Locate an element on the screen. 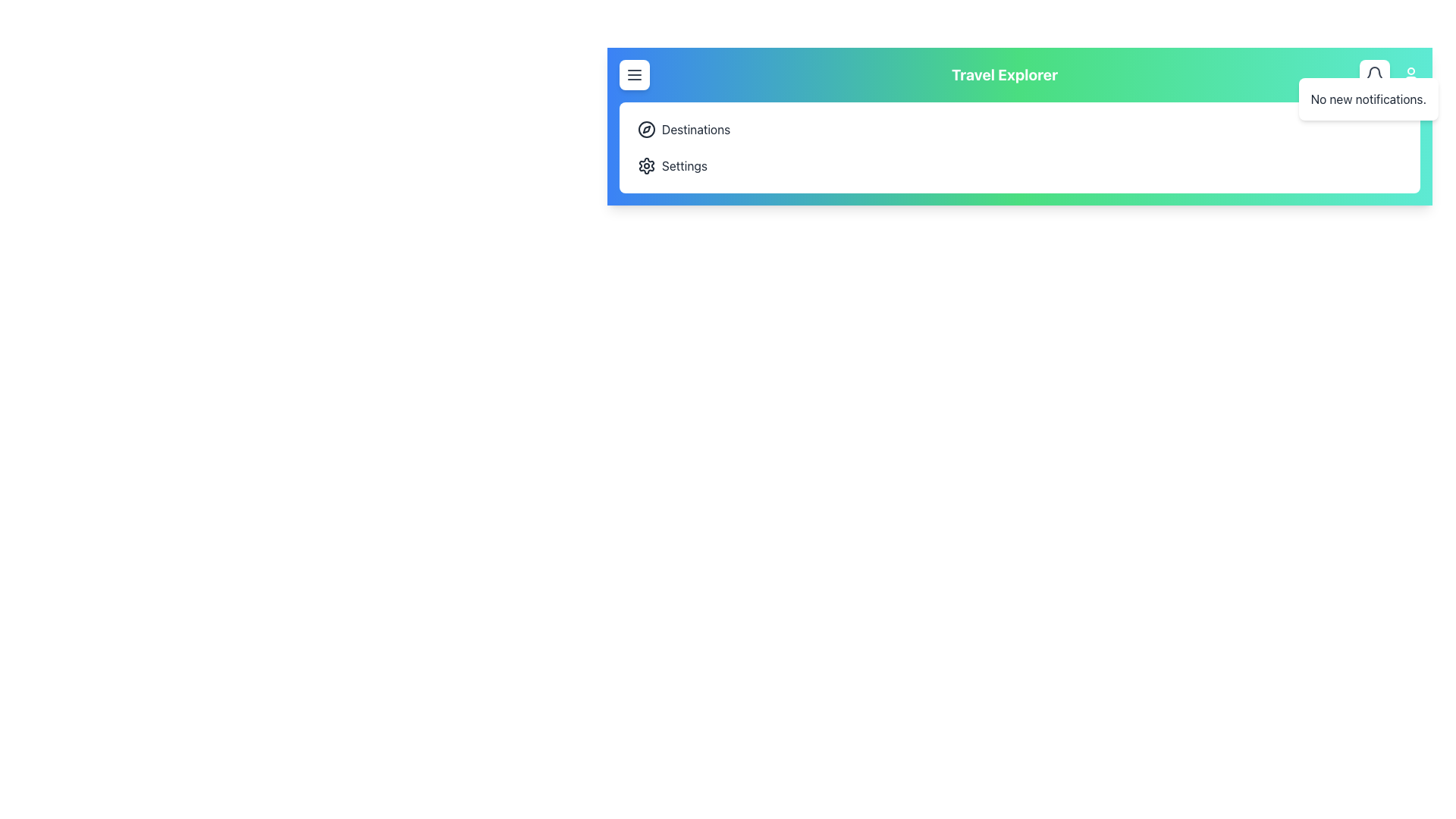 Image resolution: width=1456 pixels, height=819 pixels. the user profile icon located in the Icon group at the top-right corner of the interface is located at coordinates (1390, 75).